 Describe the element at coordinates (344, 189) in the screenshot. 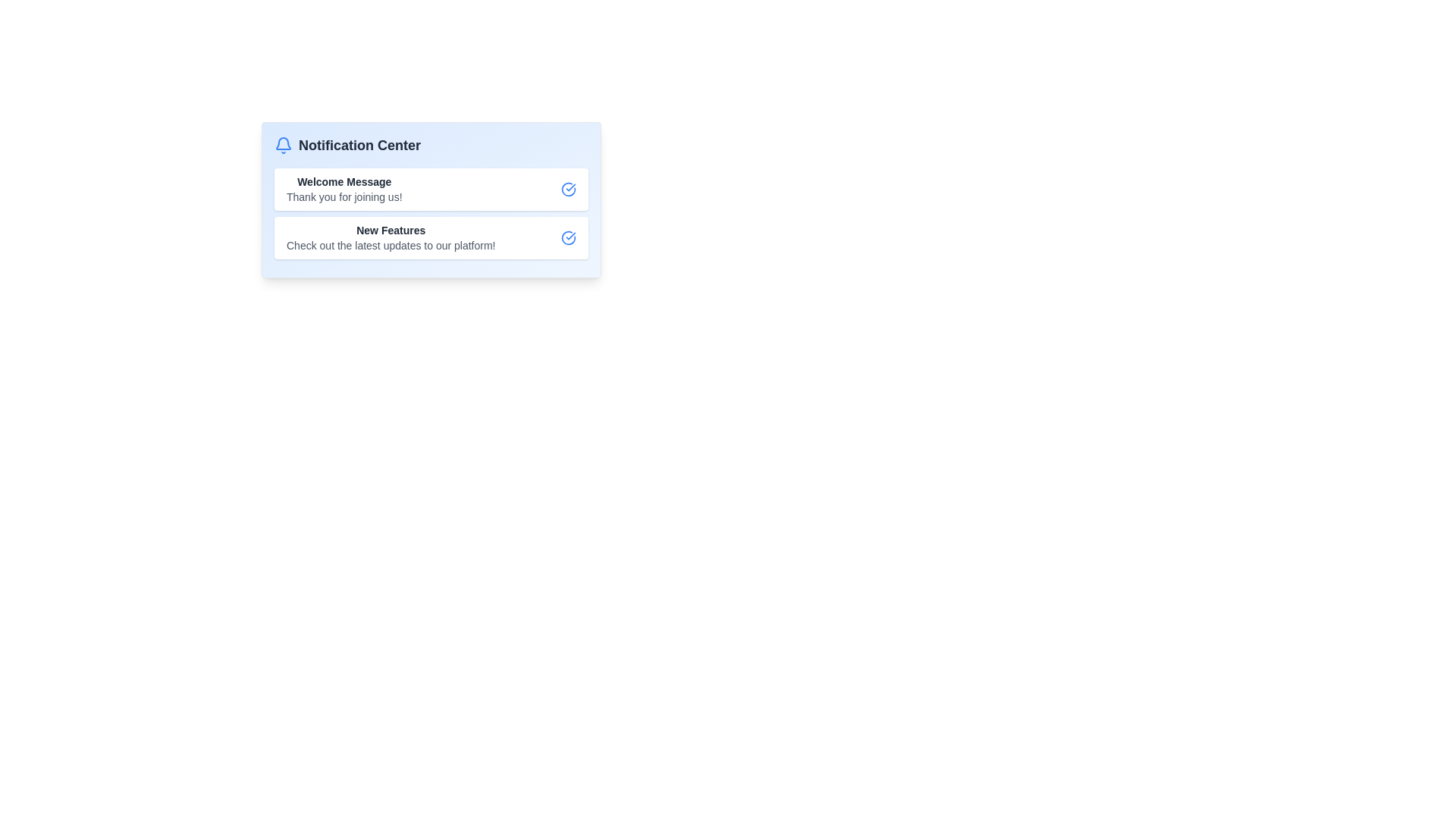

I see `the text display component containing 'Welcome Message' and 'Thank you for joining us!' that is styled with distinct formatting and located in the upper-middle part of the light-blue notification center card` at that location.